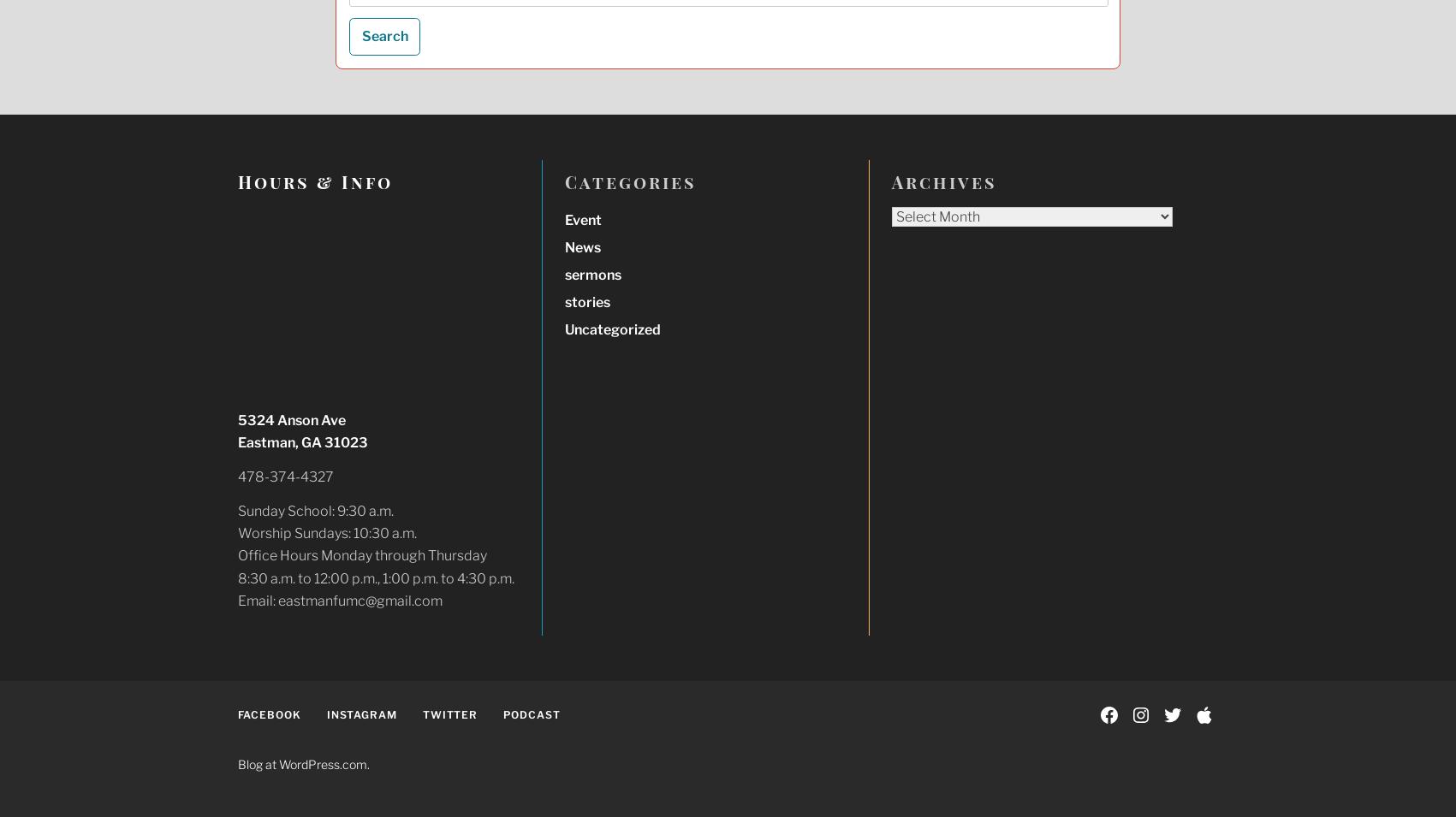 This screenshot has height=817, width=1456. Describe the element at coordinates (591, 273) in the screenshot. I see `'sermons'` at that location.